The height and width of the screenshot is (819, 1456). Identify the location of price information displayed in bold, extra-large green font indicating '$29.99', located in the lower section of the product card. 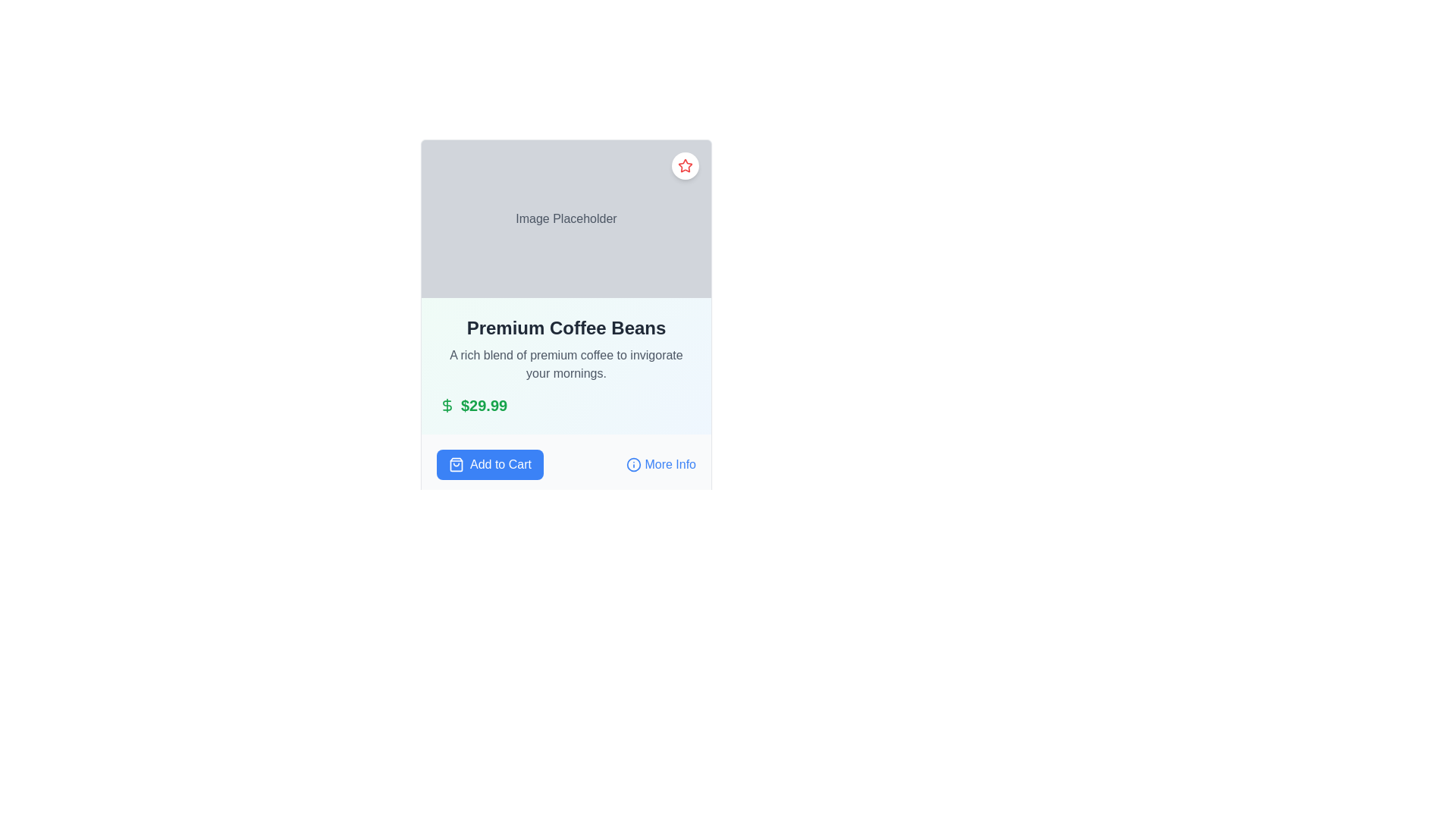
(483, 405).